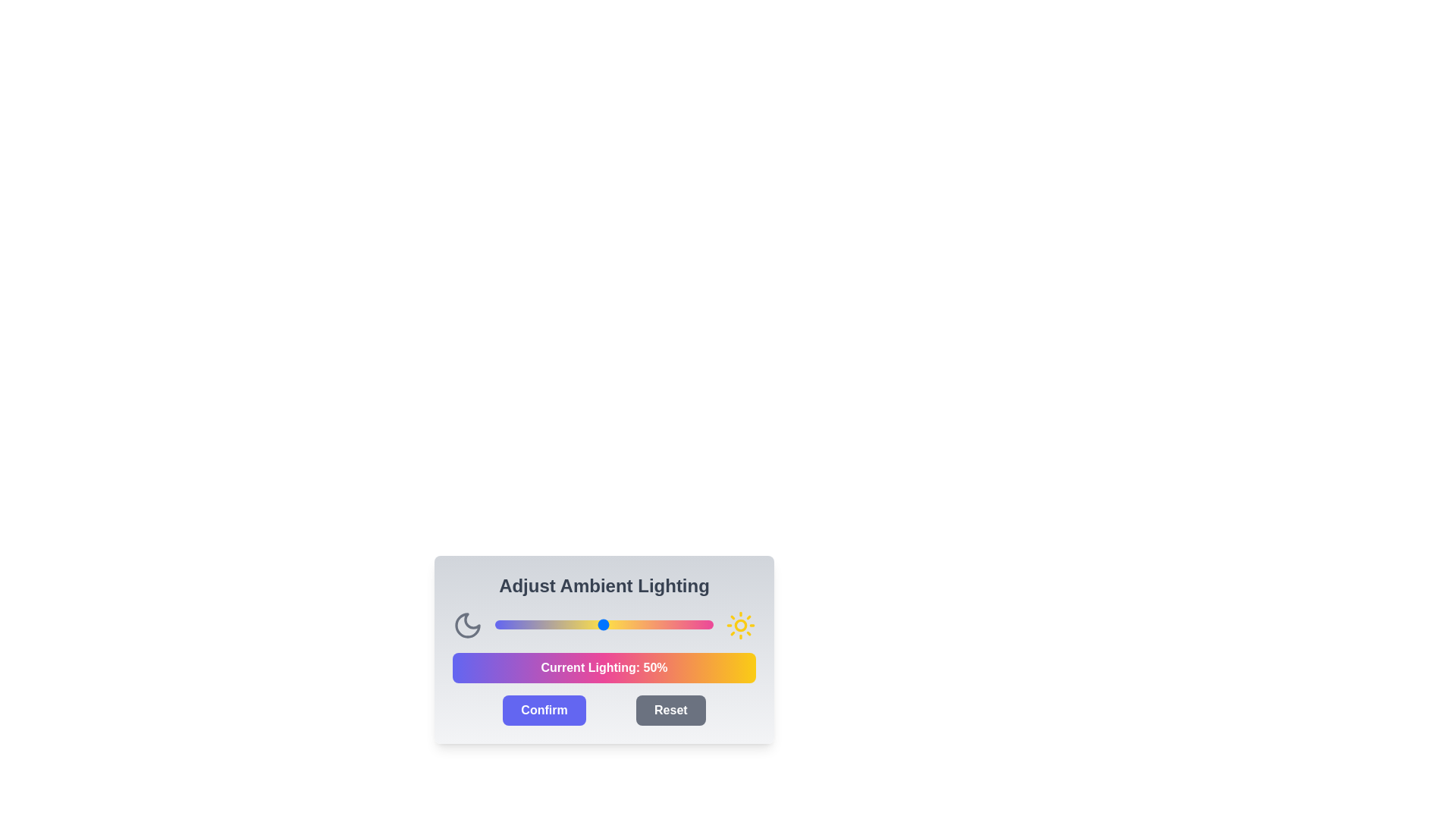 The width and height of the screenshot is (1456, 819). I want to click on the light intensity slider to 98%, so click(708, 625).